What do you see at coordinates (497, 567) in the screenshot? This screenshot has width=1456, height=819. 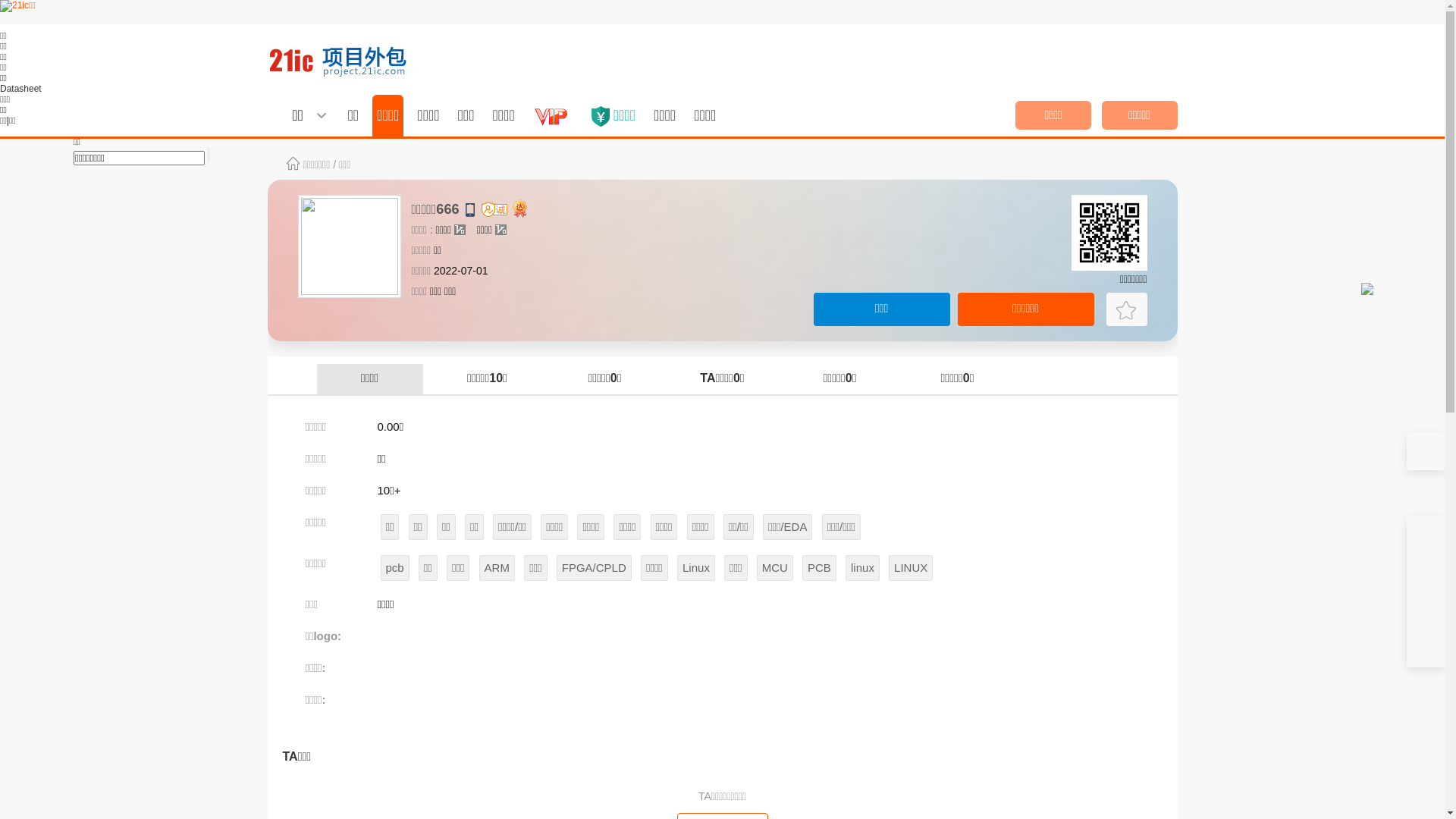 I see `'ARM'` at bounding box center [497, 567].